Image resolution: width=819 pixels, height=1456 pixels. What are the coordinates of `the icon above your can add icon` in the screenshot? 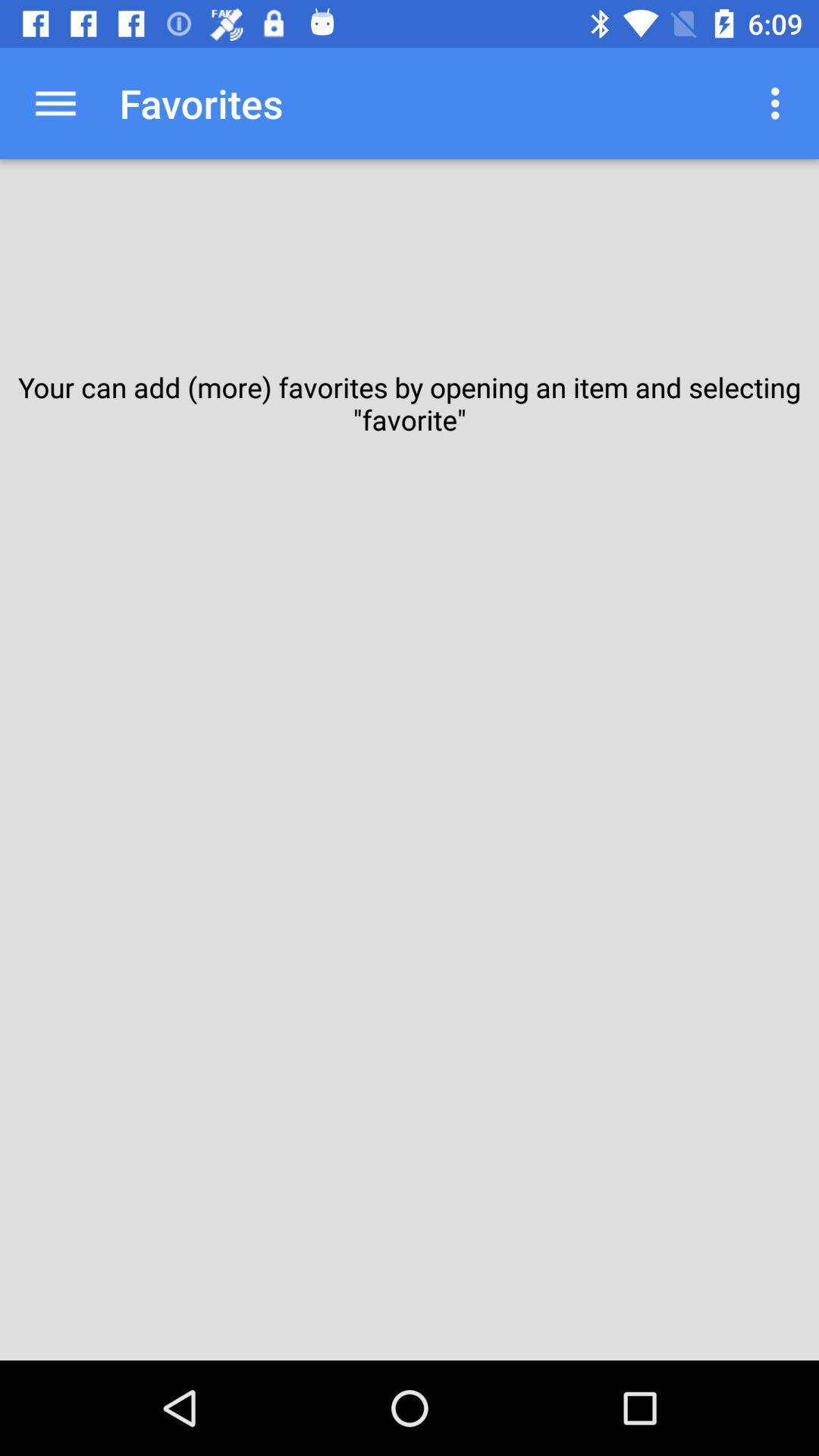 It's located at (55, 102).